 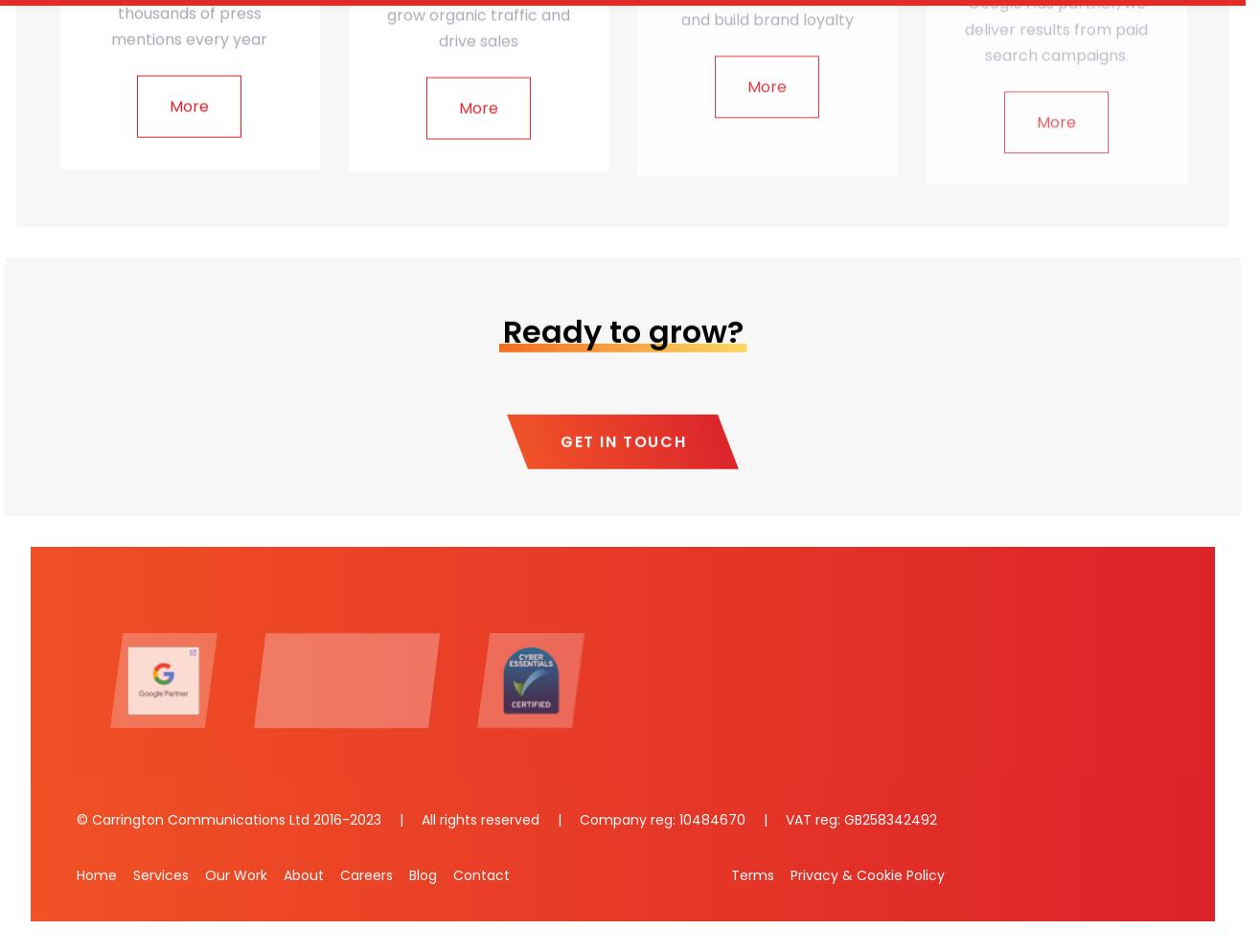 I want to click on 'Get in touch', so click(x=622, y=441).